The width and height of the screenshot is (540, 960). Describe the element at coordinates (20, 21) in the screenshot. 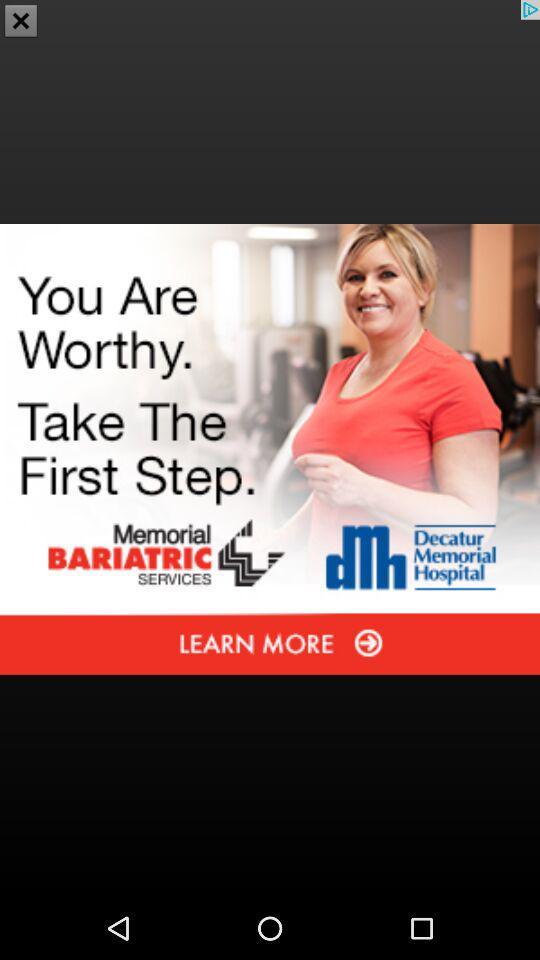

I see `the close icon` at that location.